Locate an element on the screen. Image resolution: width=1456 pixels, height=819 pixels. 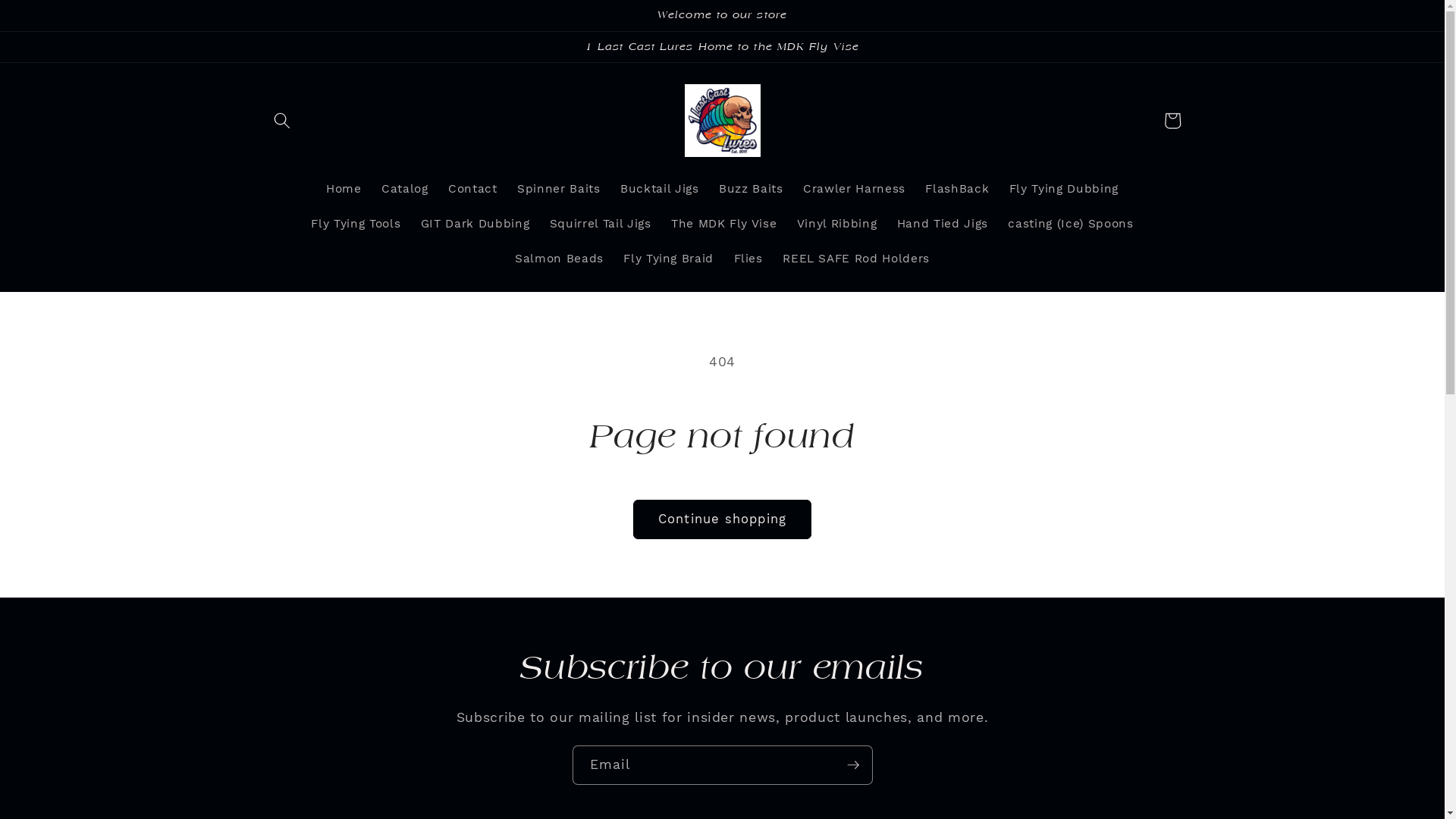
'Buzz Baits' is located at coordinates (751, 189).